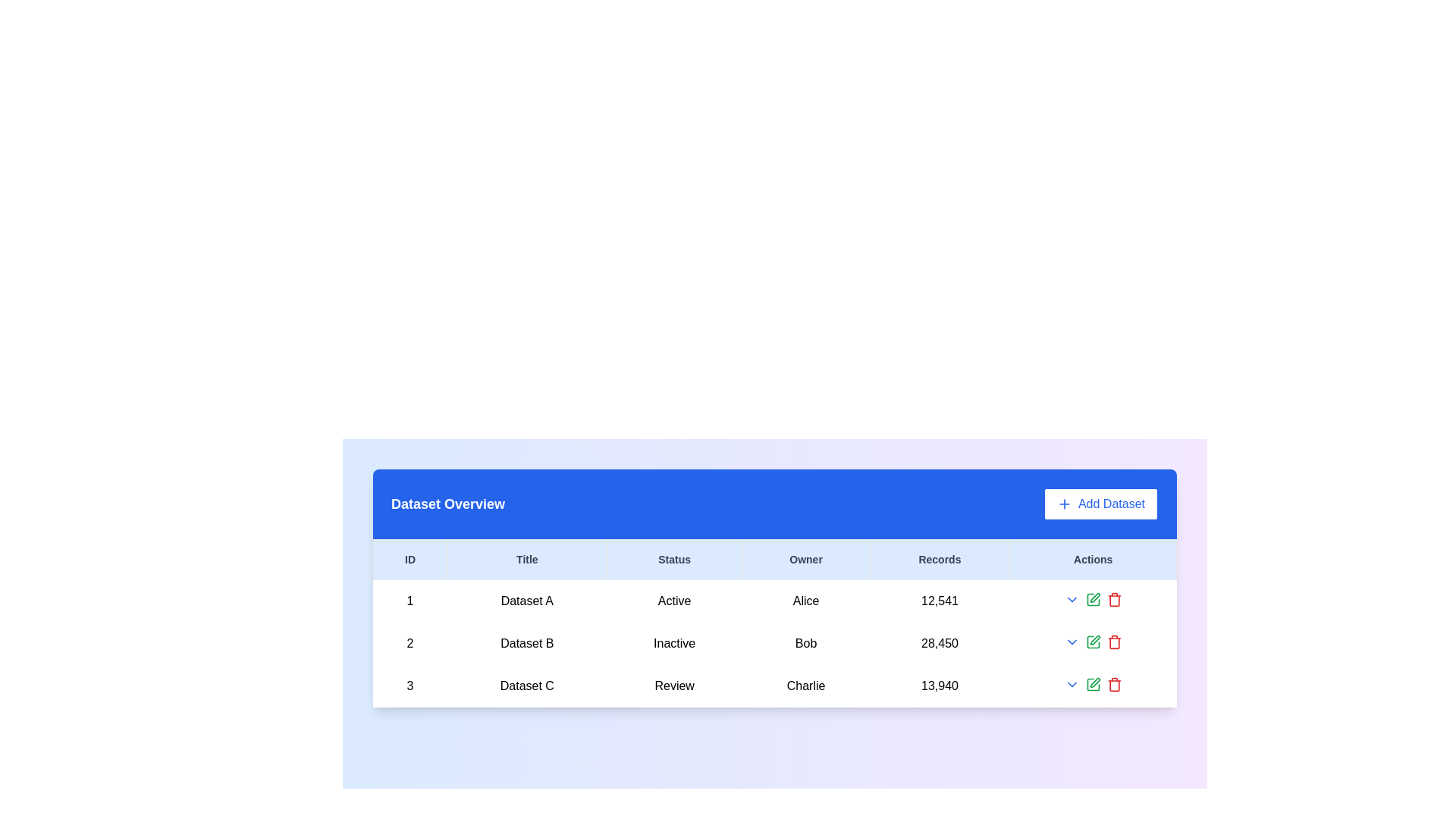 Image resolution: width=1456 pixels, height=819 pixels. What do you see at coordinates (447, 504) in the screenshot?
I see `the bold, large text block displaying the title 'Dataset Overview' in white font on a blue background, located in the top-left corner of the header section of the dataset management panel` at bounding box center [447, 504].